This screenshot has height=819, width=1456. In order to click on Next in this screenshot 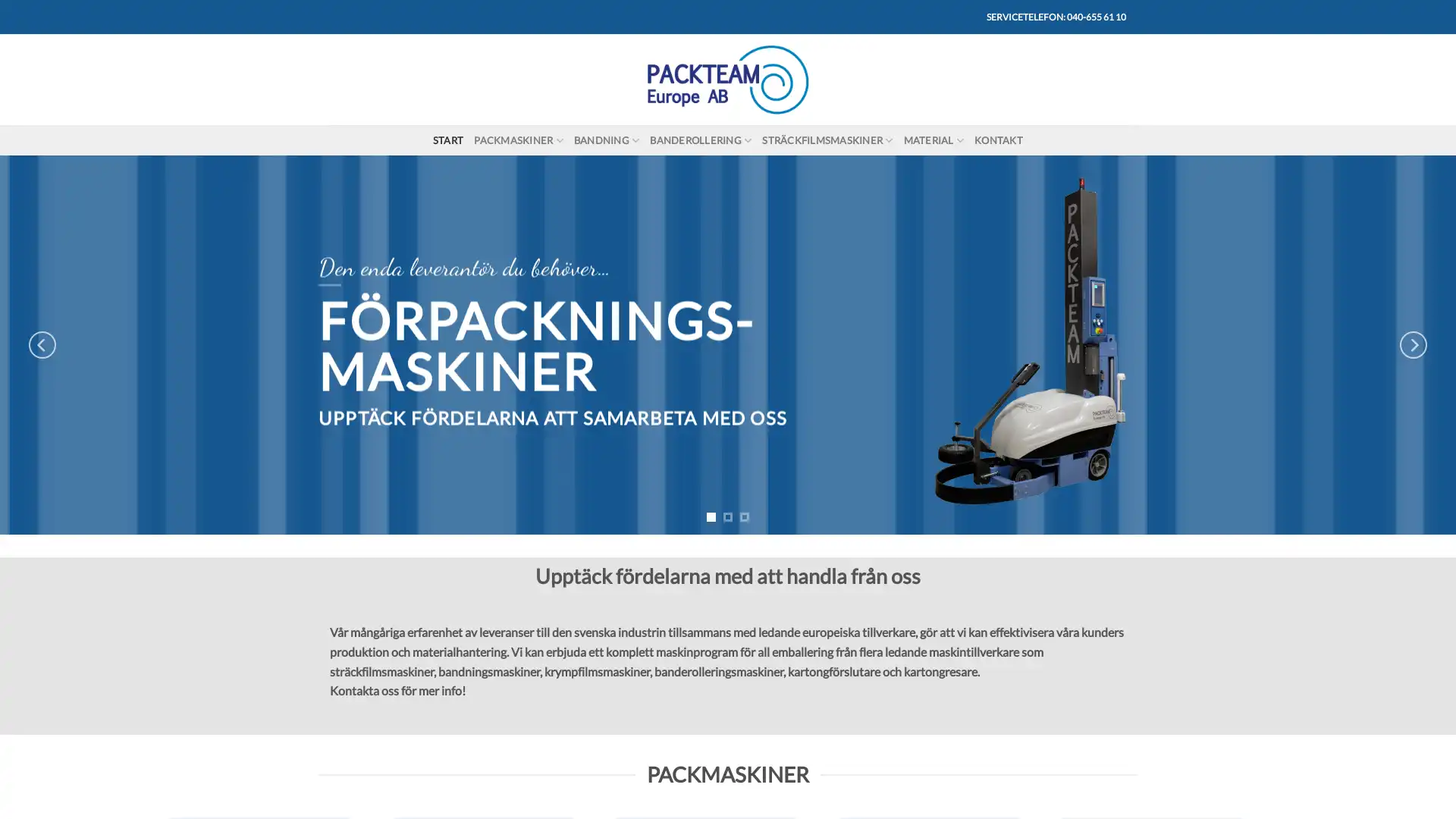, I will do `click(1411, 345)`.